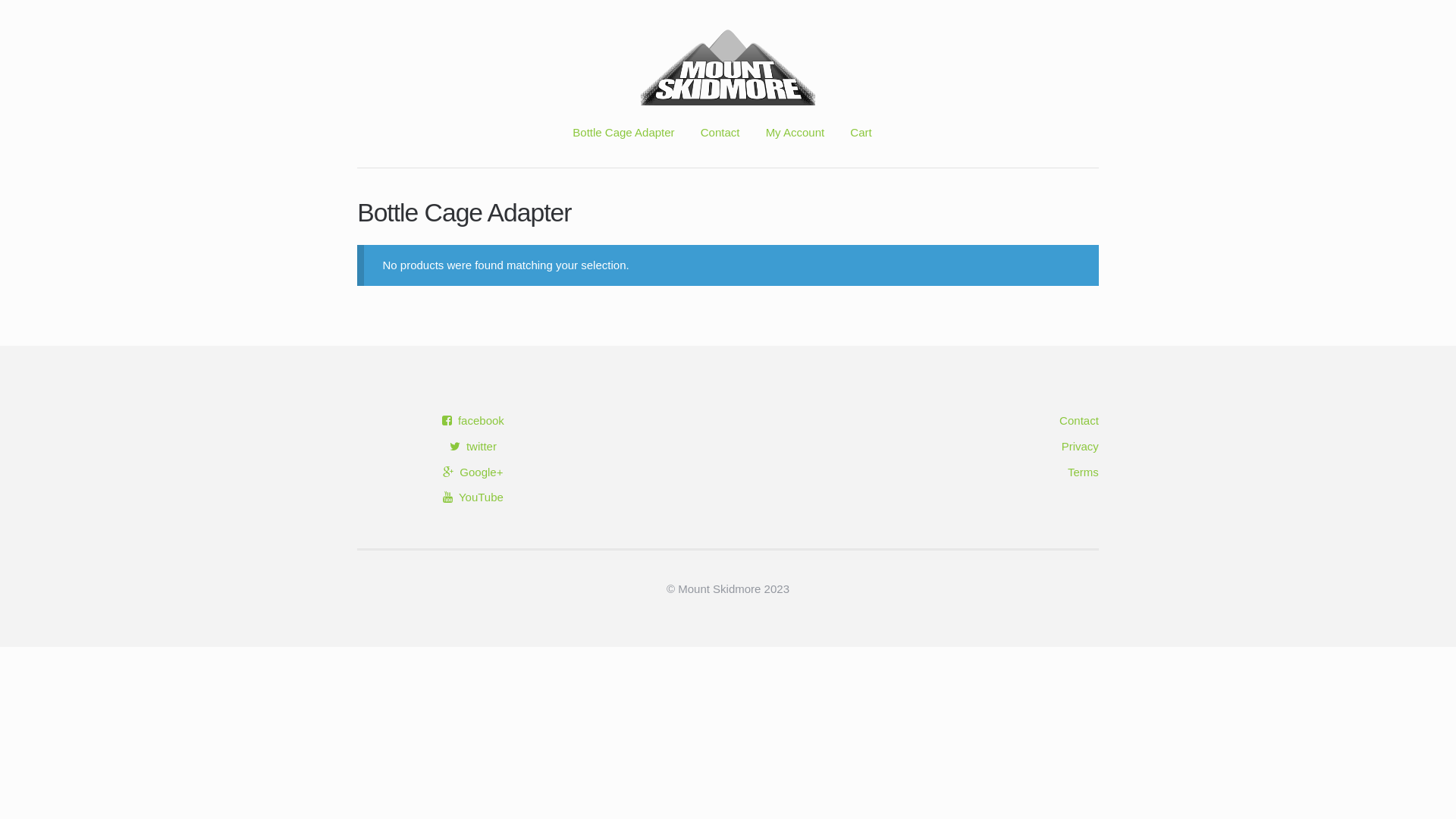  I want to click on 'Cart', so click(860, 146).